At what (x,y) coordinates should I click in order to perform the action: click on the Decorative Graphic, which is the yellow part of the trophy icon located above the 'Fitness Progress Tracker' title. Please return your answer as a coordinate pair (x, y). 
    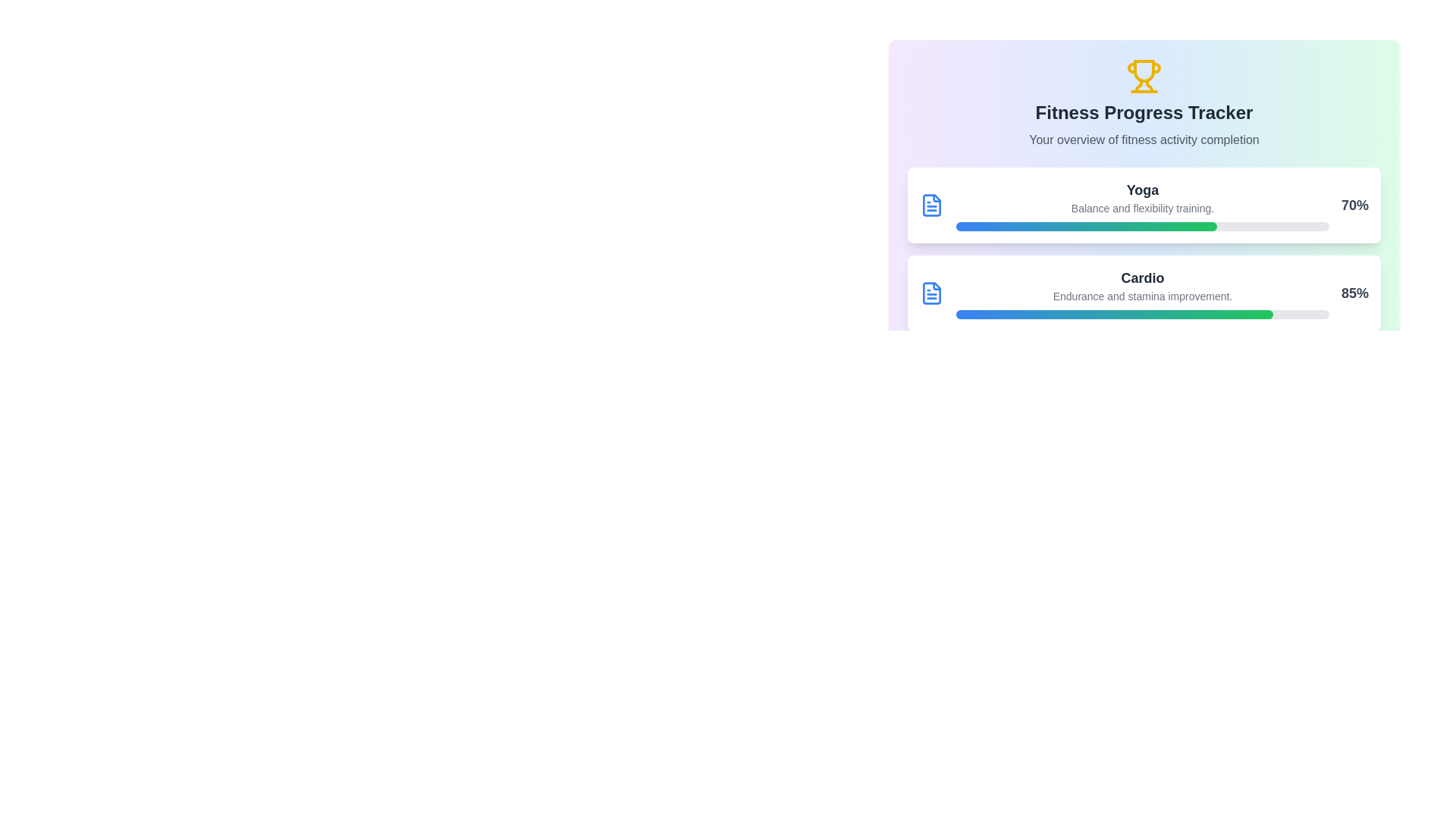
    Looking at the image, I should click on (1139, 85).